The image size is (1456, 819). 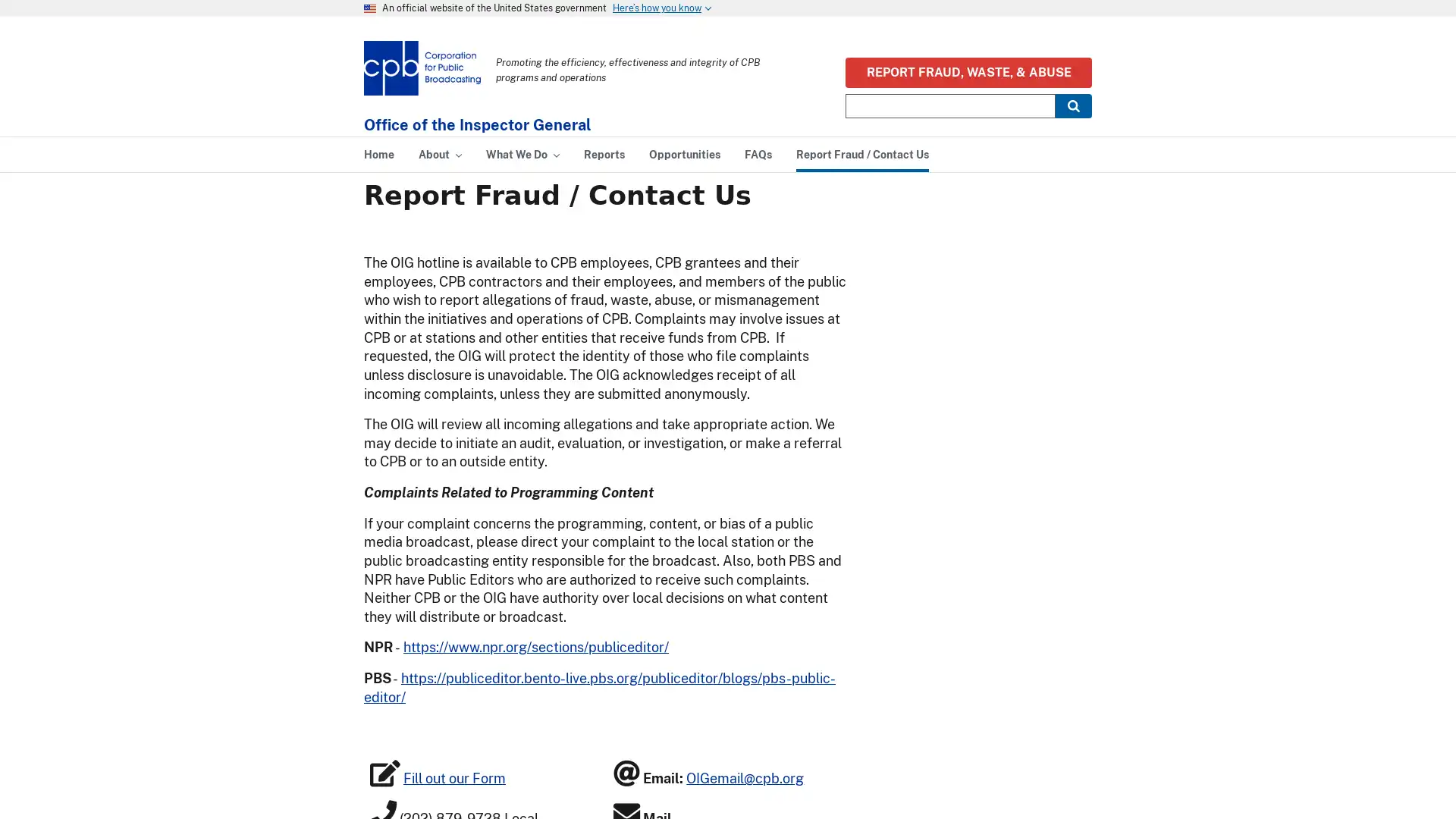 I want to click on REPORT FRAUD, WASTE, & ABUSE, so click(x=968, y=72).